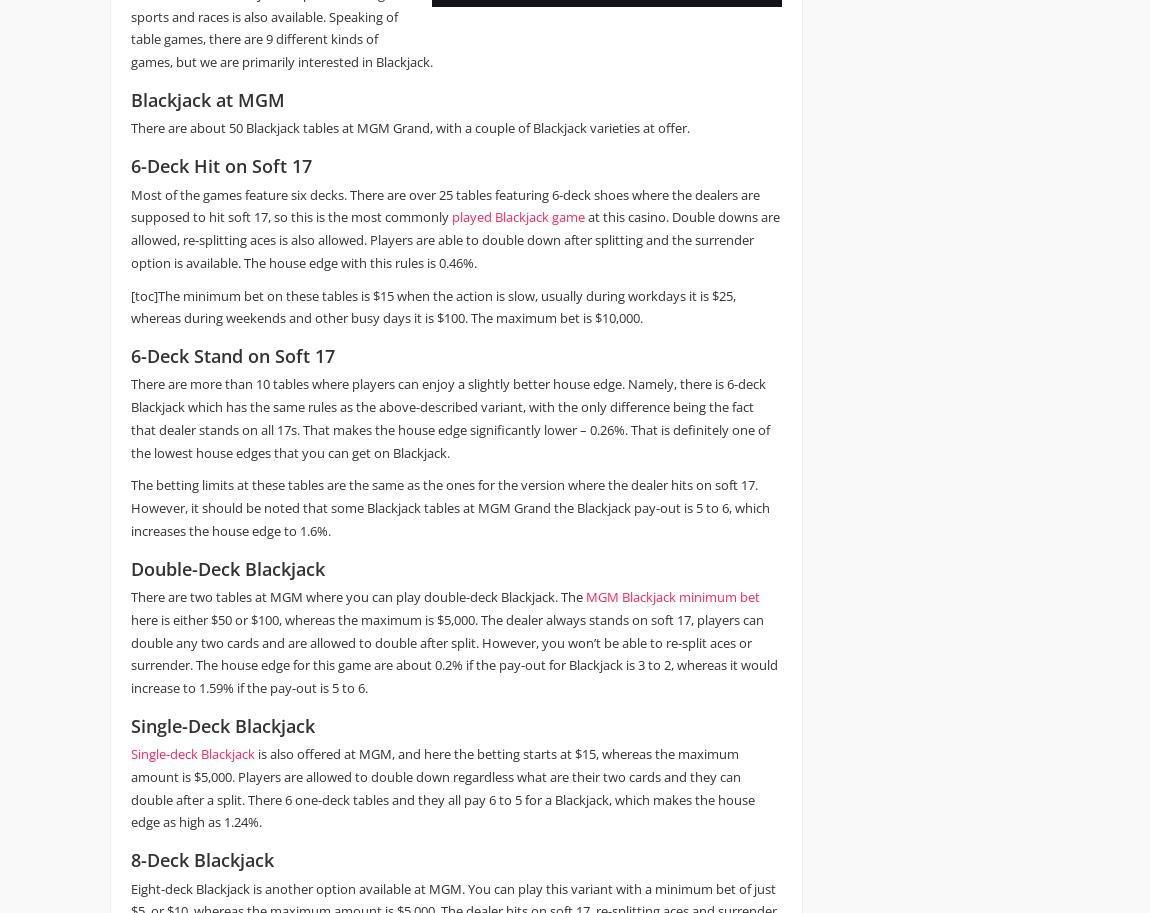  Describe the element at coordinates (410, 127) in the screenshot. I see `'There are about 50 Blackjack tables at MGM Grand, with a couple of Blackjack varieties at offer.'` at that location.